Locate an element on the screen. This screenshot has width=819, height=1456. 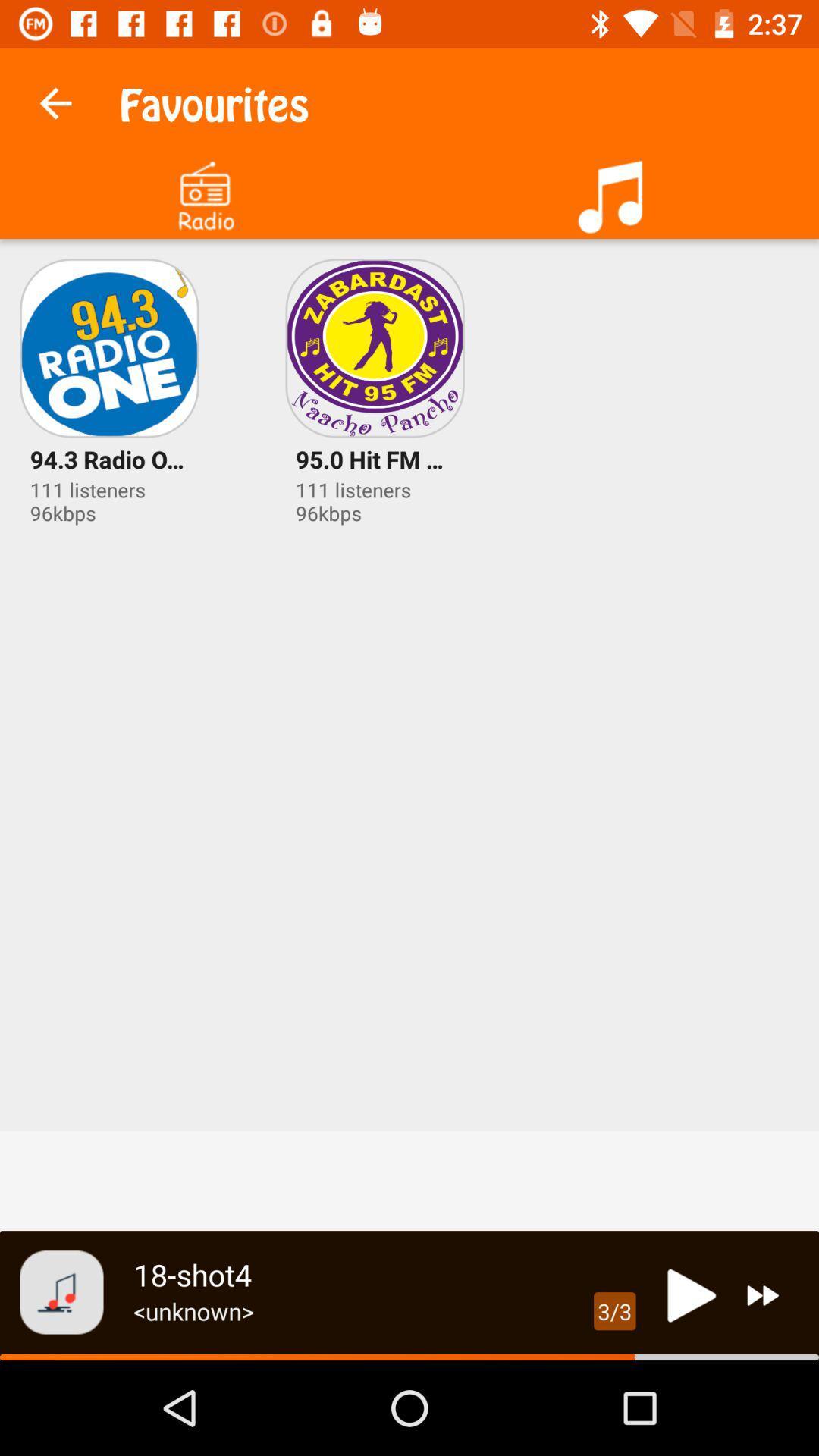
the play icon is located at coordinates (687, 1294).